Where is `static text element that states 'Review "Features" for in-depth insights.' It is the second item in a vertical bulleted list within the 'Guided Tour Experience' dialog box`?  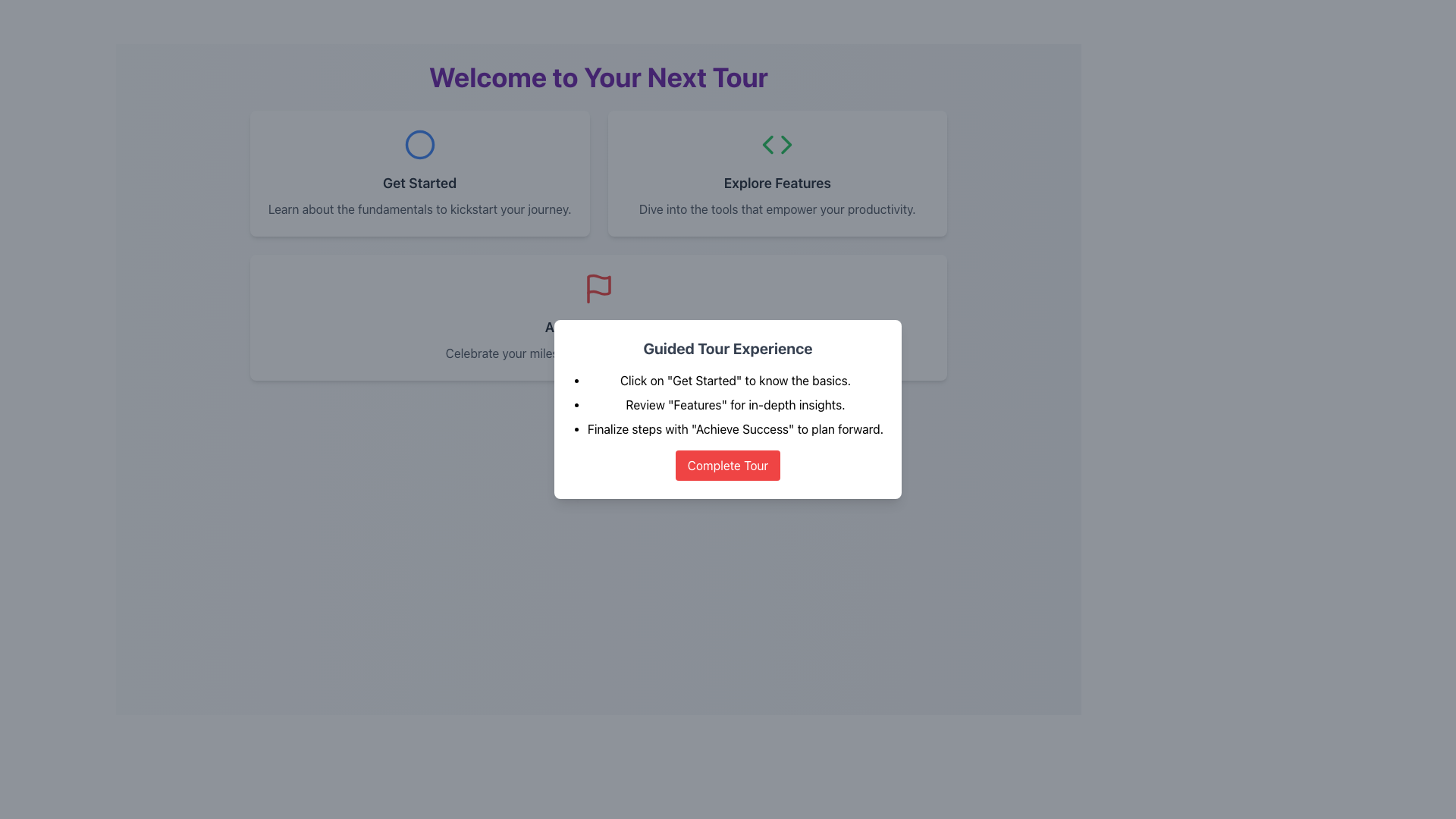
static text element that states 'Review "Features" for in-depth insights.' It is the second item in a vertical bulleted list within the 'Guided Tour Experience' dialog box is located at coordinates (735, 403).